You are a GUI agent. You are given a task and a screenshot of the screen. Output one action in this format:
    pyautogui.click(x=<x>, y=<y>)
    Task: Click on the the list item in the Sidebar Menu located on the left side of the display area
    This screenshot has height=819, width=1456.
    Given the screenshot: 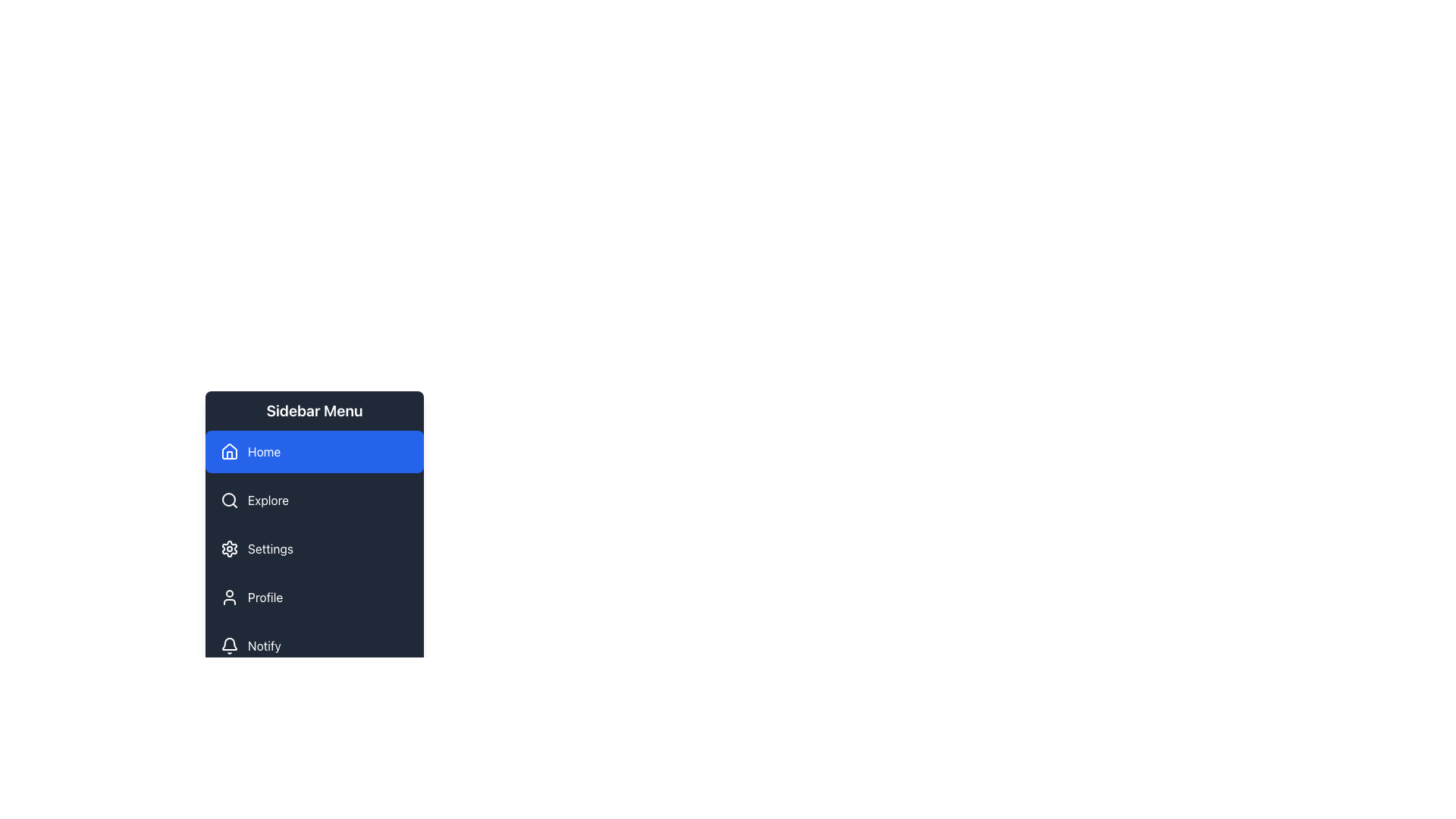 What is the action you would take?
    pyautogui.click(x=313, y=558)
    